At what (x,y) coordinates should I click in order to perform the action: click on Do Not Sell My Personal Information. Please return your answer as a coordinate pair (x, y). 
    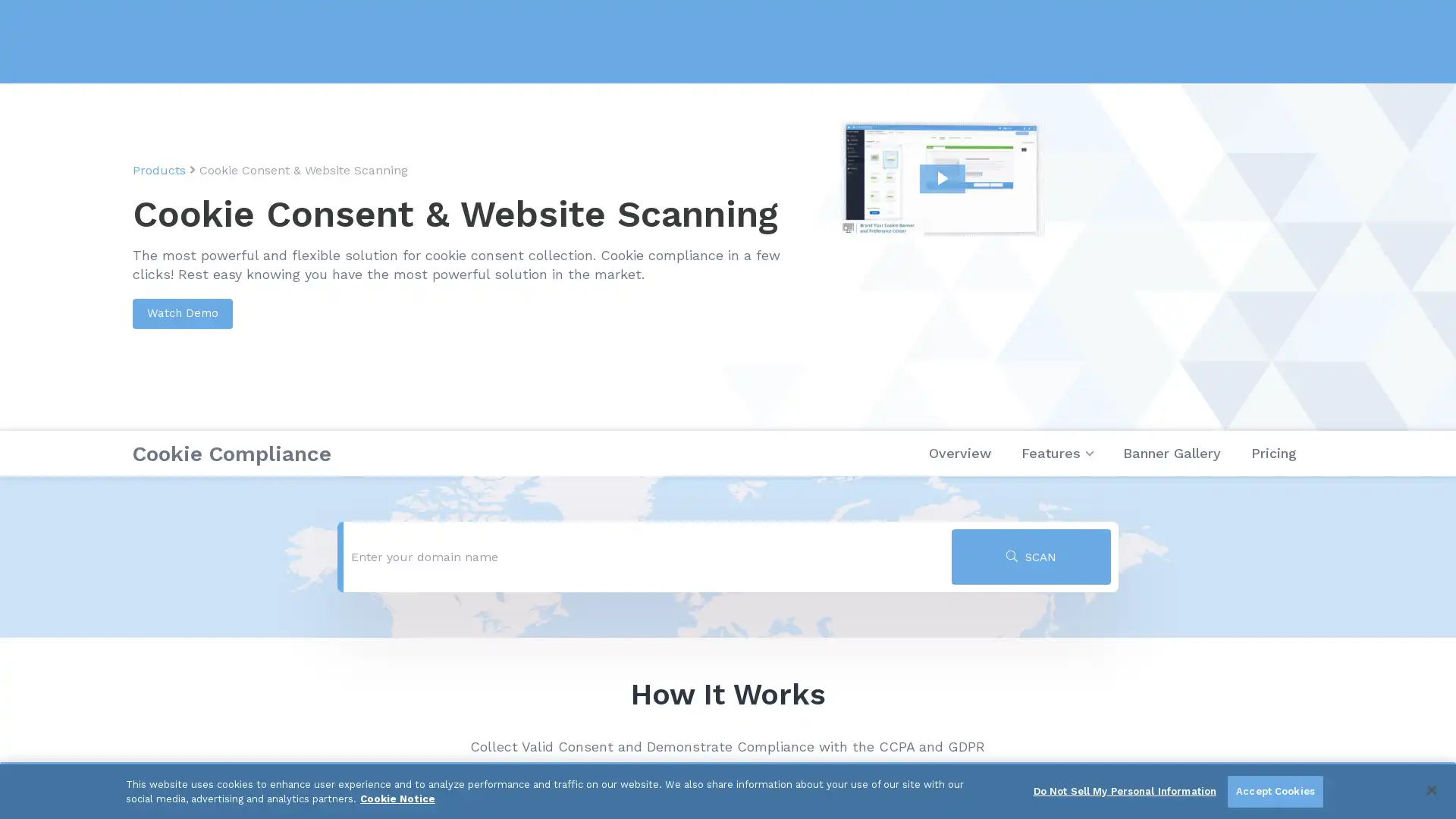
    Looking at the image, I should click on (1125, 791).